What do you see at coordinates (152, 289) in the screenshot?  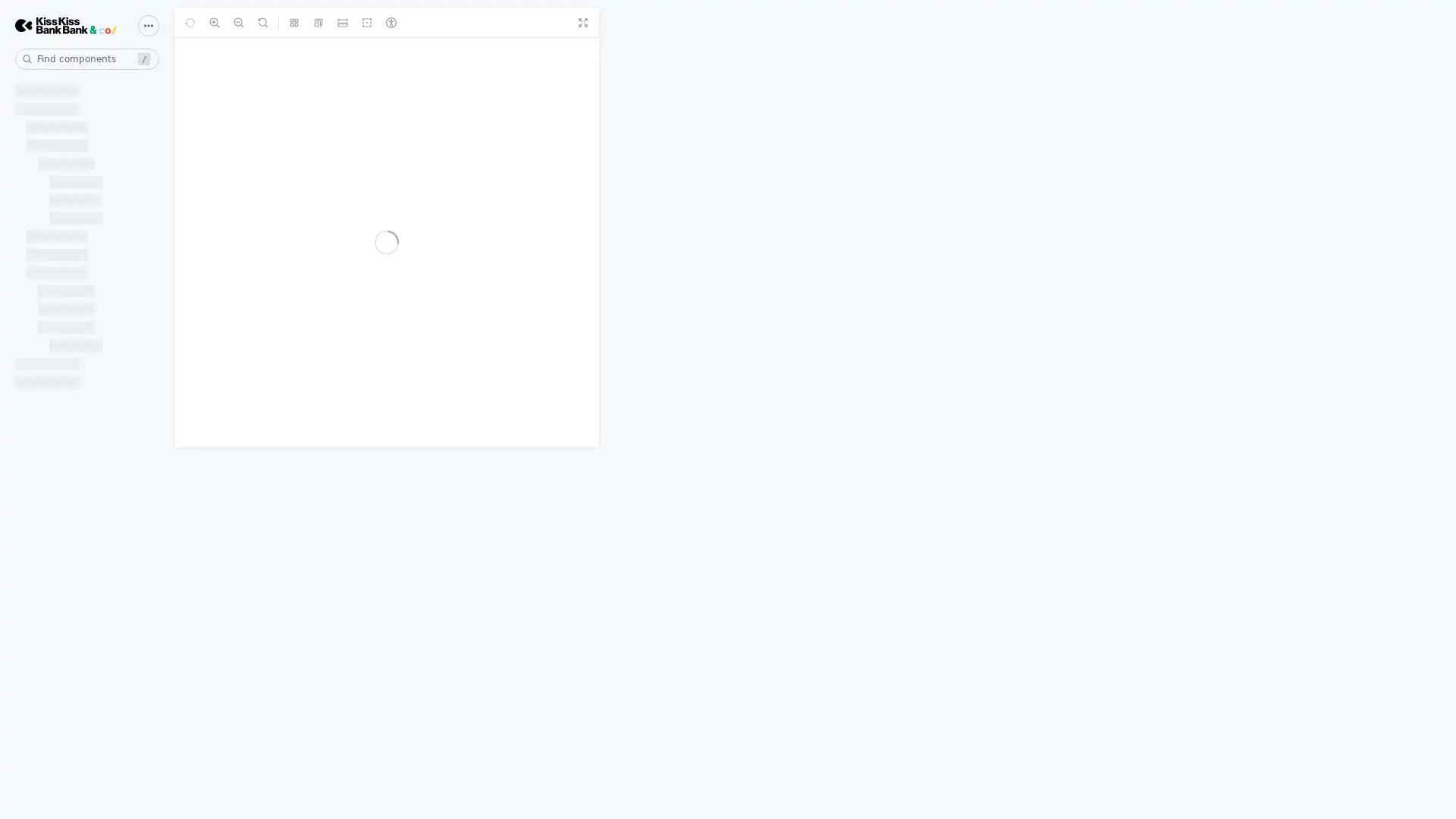 I see `expand` at bounding box center [152, 289].